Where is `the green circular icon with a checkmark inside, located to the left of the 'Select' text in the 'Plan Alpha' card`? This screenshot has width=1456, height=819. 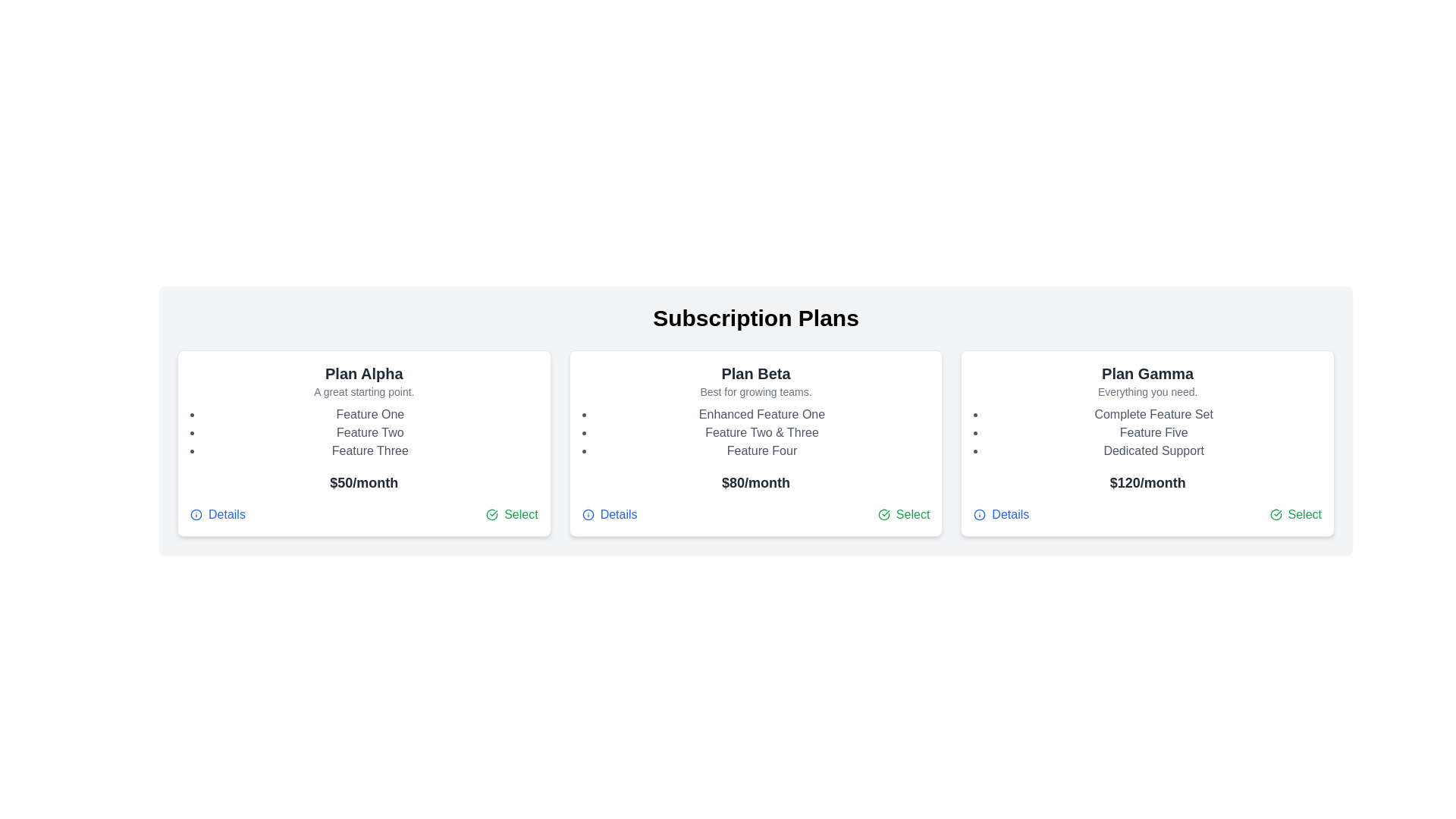
the green circular icon with a checkmark inside, located to the left of the 'Select' text in the 'Plan Alpha' card is located at coordinates (492, 513).